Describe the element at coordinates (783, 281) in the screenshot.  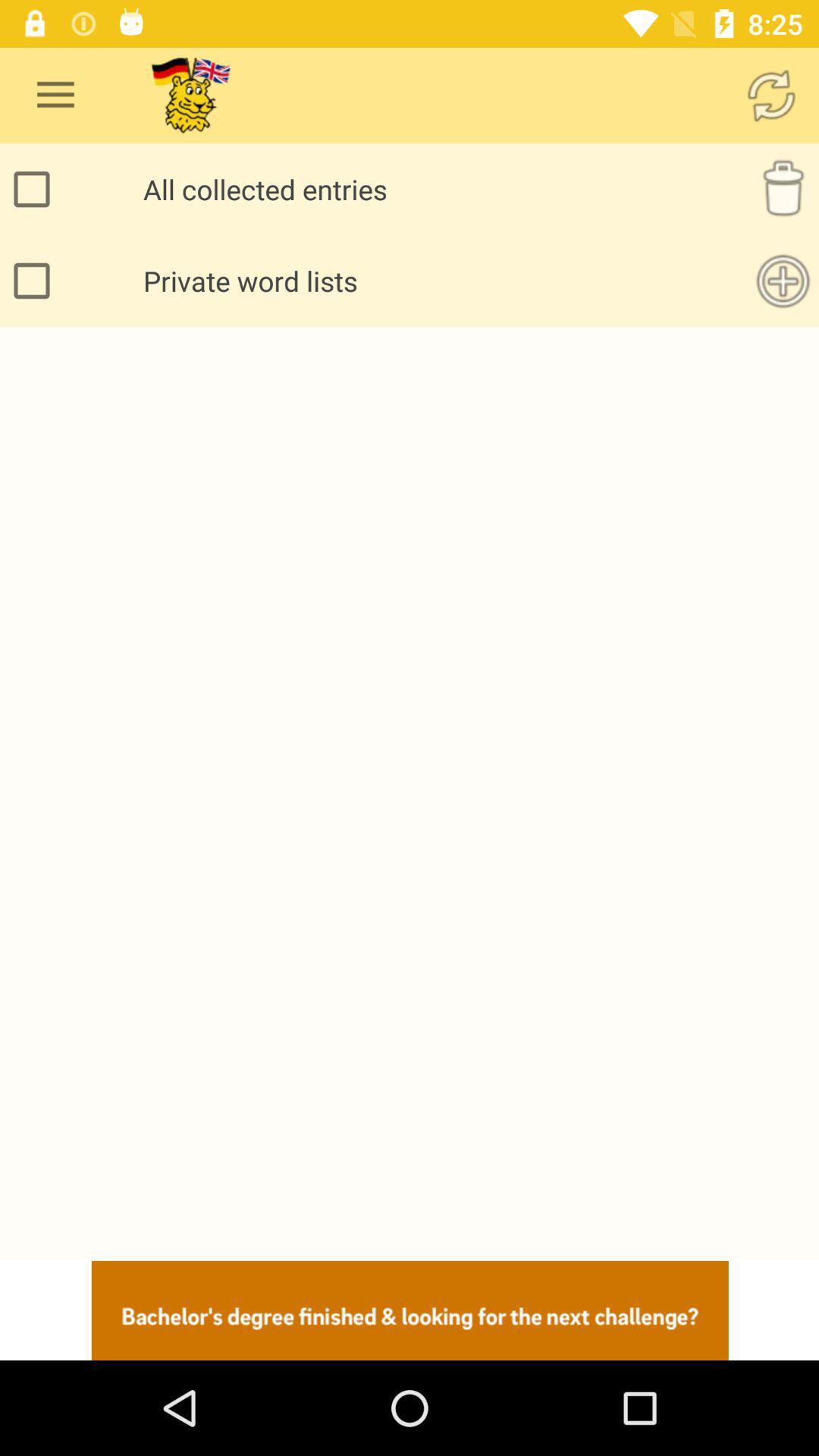
I see `word` at that location.